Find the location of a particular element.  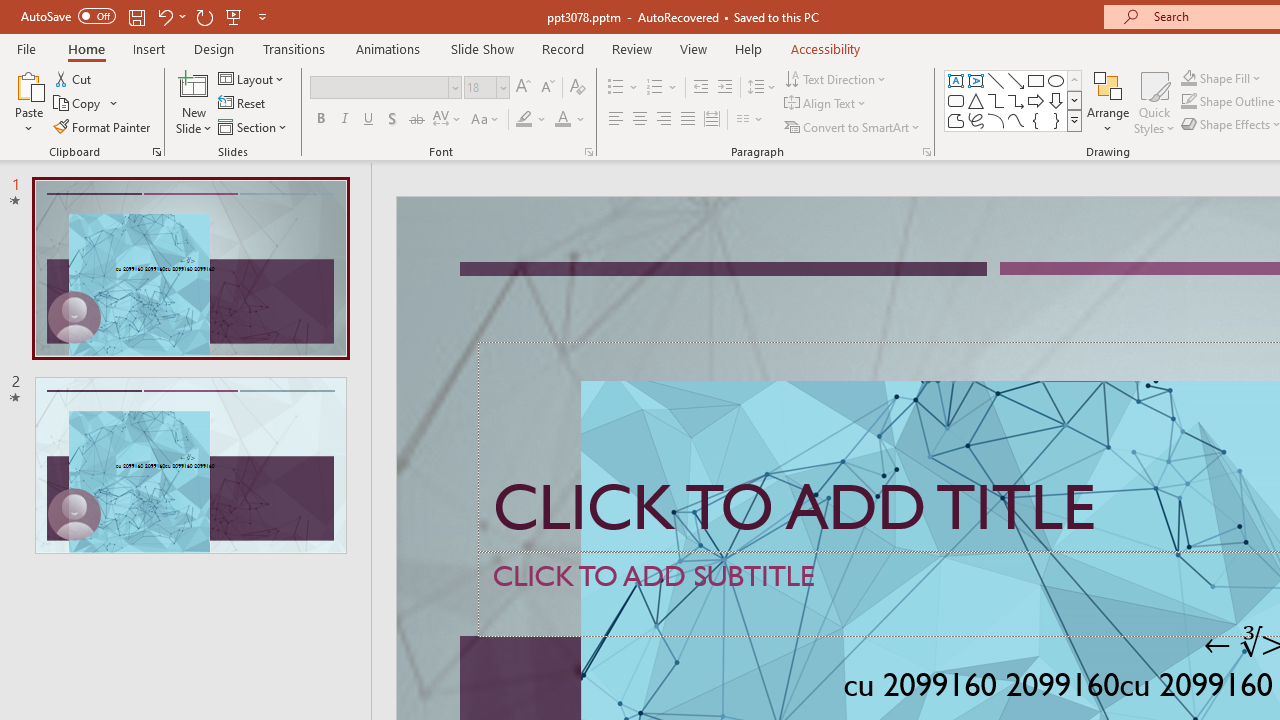

'Bold' is located at coordinates (320, 119).